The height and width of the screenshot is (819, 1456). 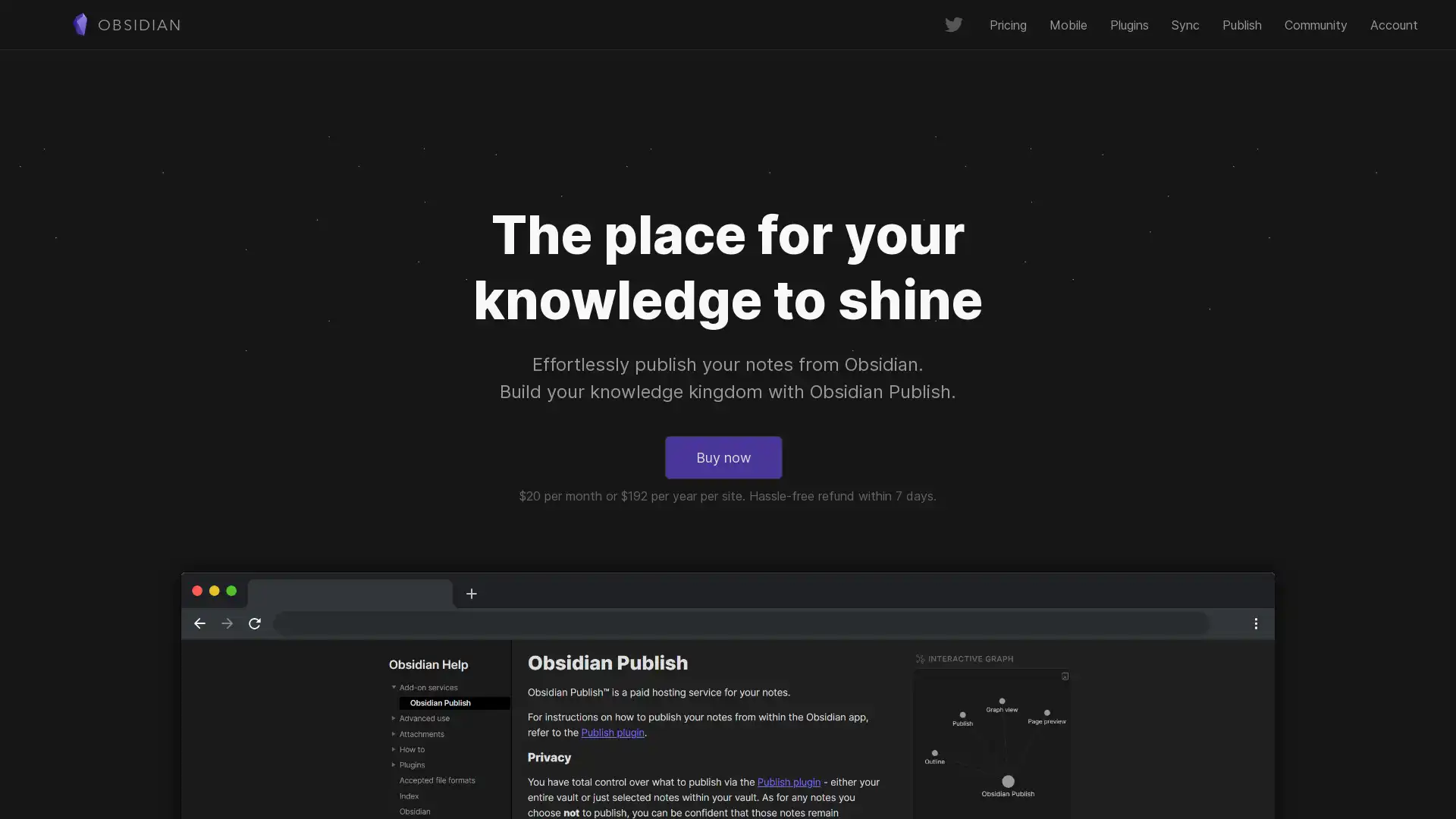 I want to click on Buy now, so click(x=722, y=456).